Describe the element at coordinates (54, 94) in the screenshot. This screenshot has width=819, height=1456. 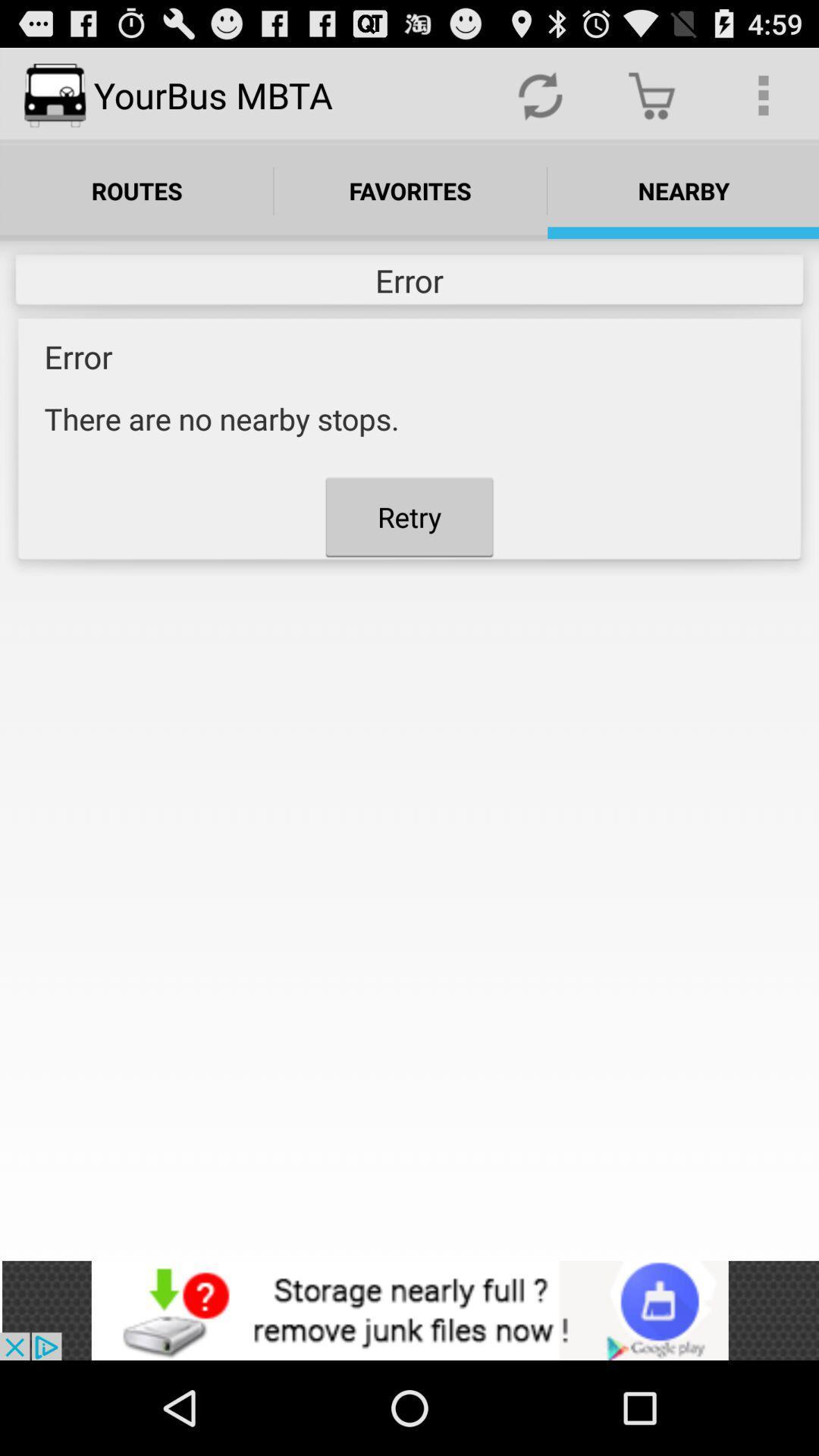
I see `the logo left side of yourbus mbta` at that location.